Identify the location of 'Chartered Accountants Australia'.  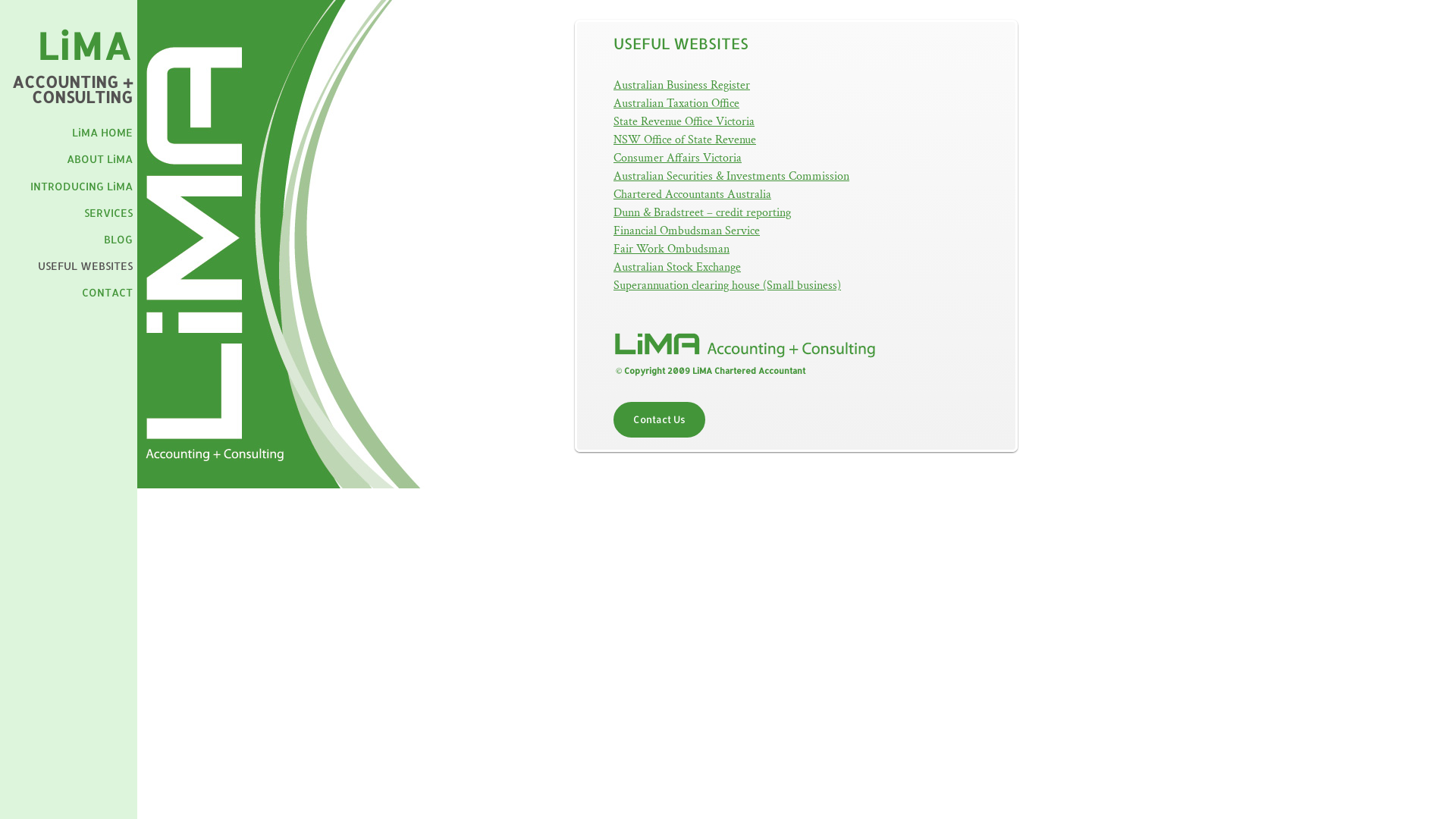
(691, 193).